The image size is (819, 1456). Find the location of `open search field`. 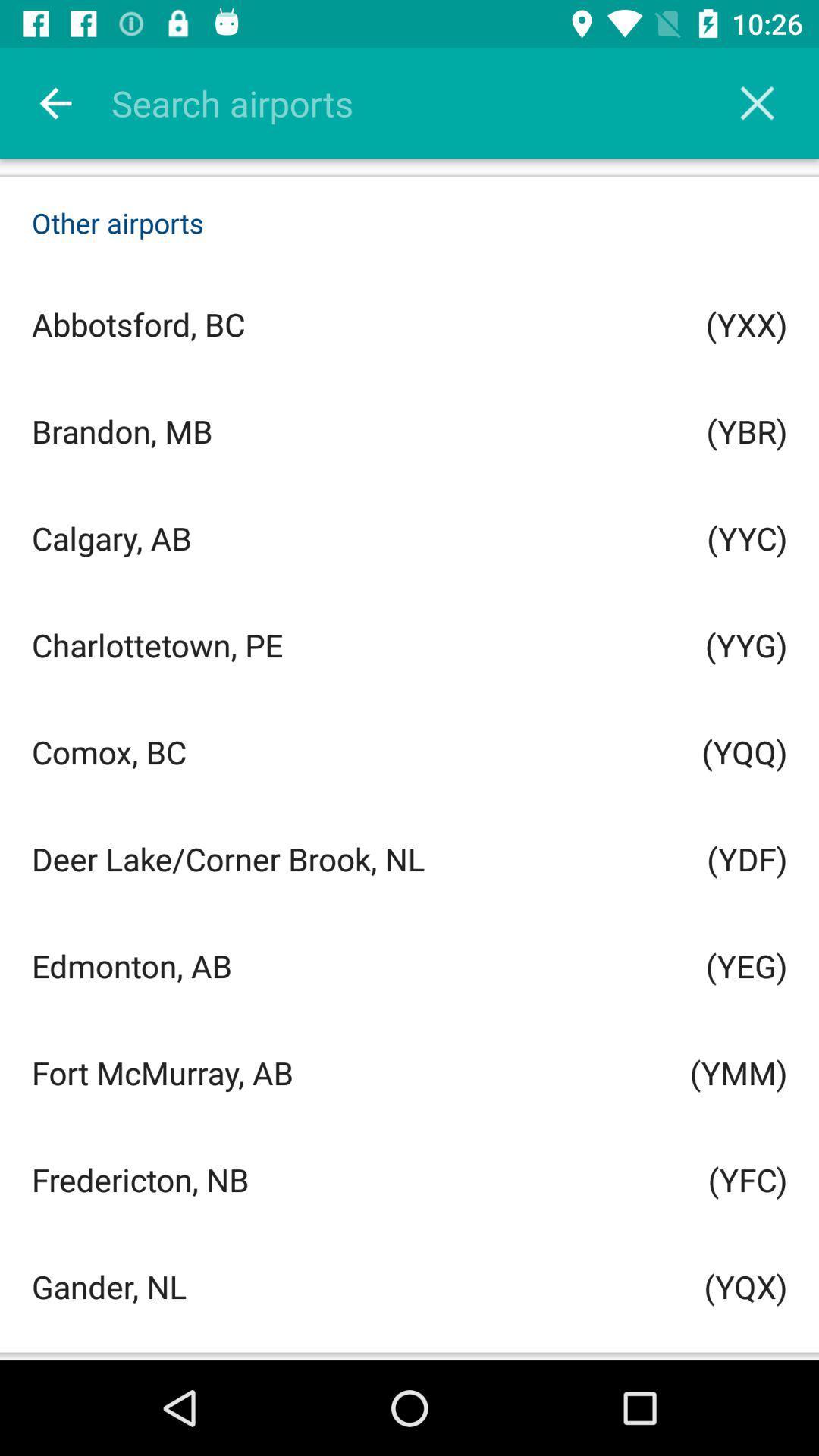

open search field is located at coordinates (429, 102).